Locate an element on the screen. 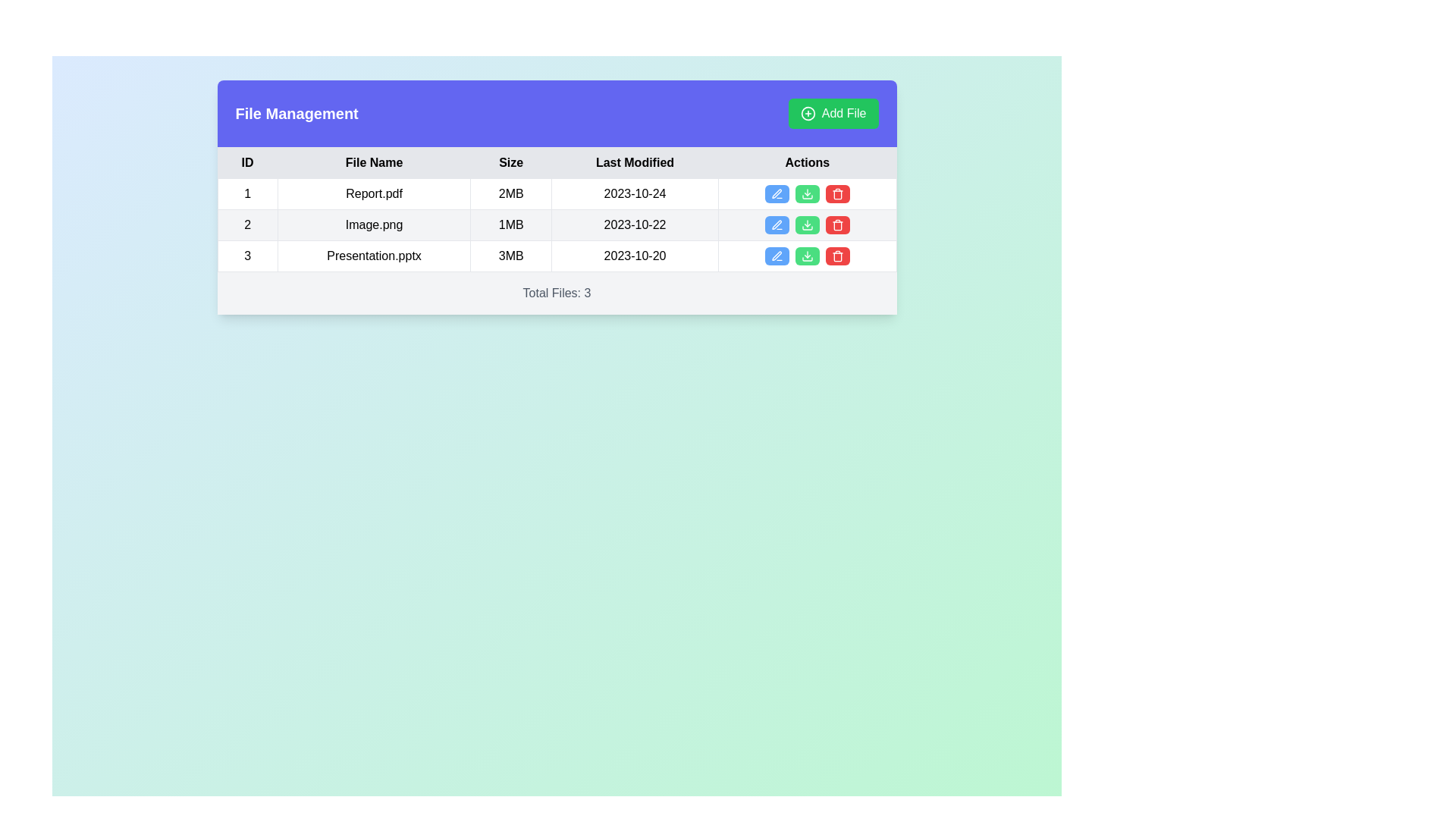 The image size is (1456, 819). the text label displaying 'Presentation.pptx' is located at coordinates (374, 256).